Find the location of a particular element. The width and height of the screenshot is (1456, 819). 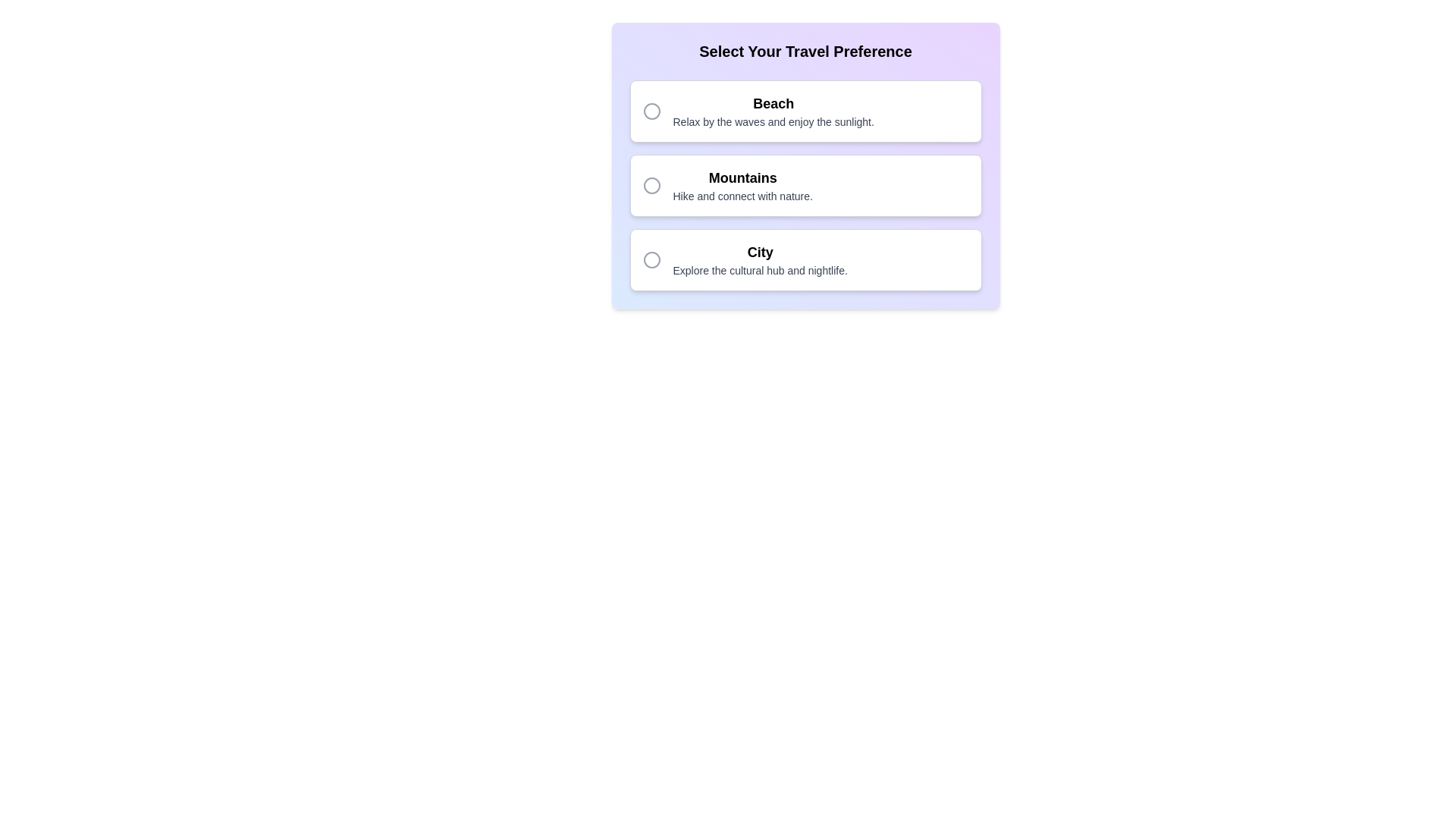

the circular gray icon with an outlined border is located at coordinates (651, 259).